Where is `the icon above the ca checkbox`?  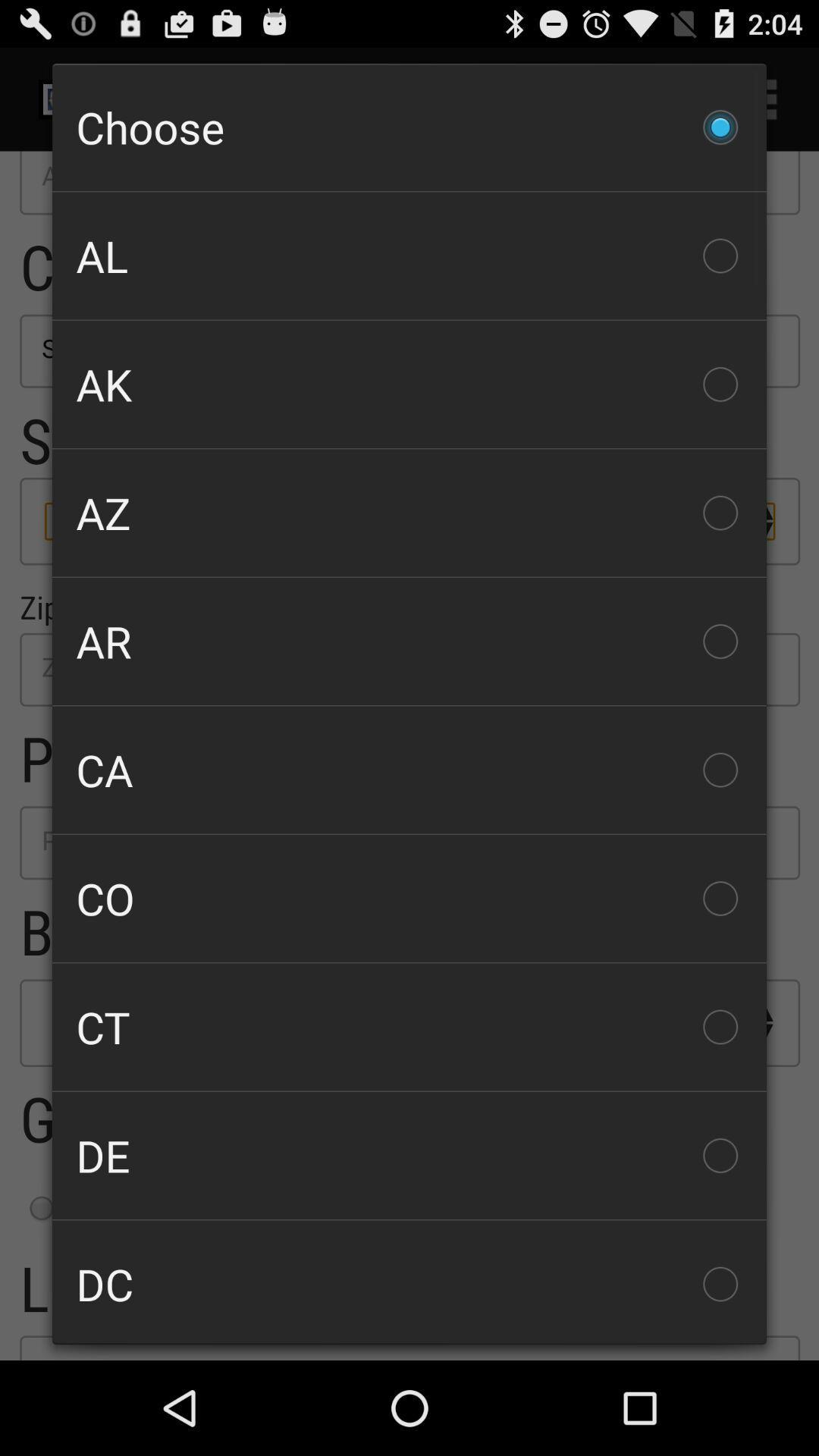
the icon above the ca checkbox is located at coordinates (409, 641).